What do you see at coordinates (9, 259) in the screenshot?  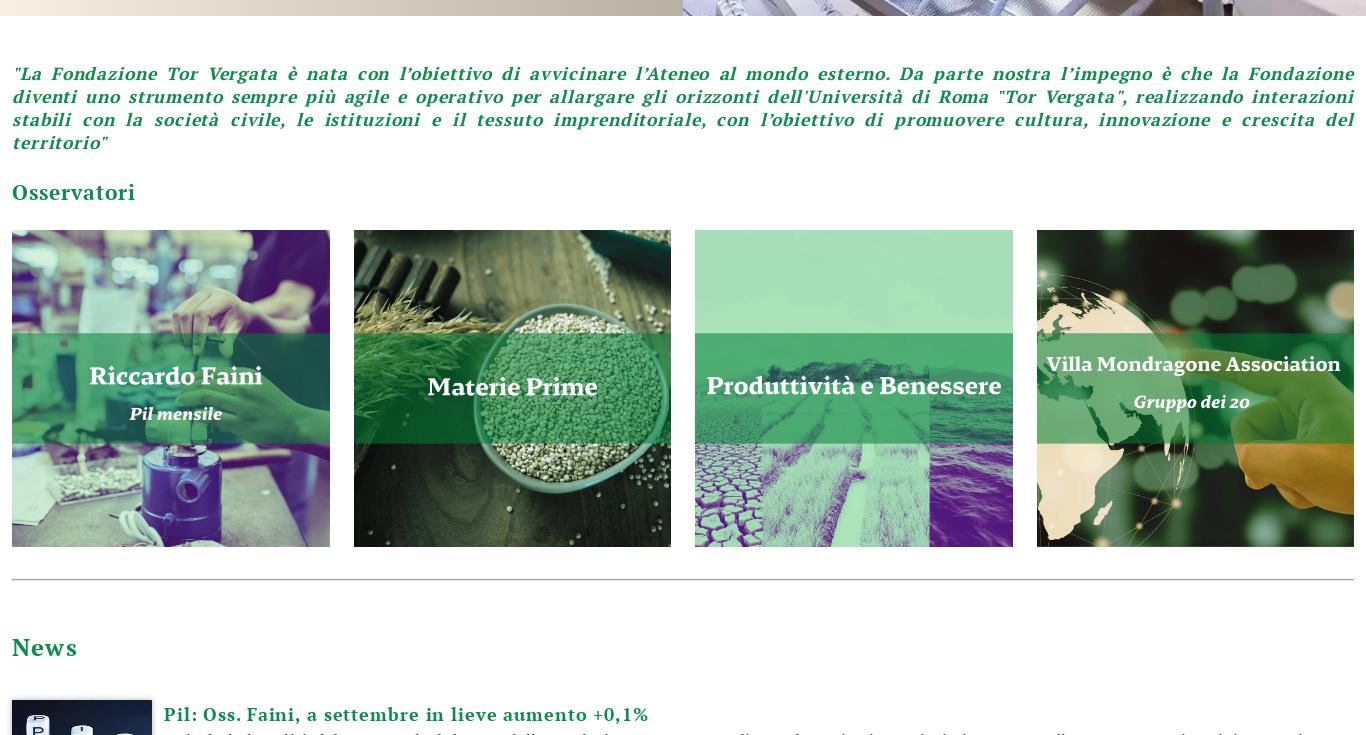 I see `'segreteria.fondazione@economia.uniroma2.it'` at bounding box center [9, 259].